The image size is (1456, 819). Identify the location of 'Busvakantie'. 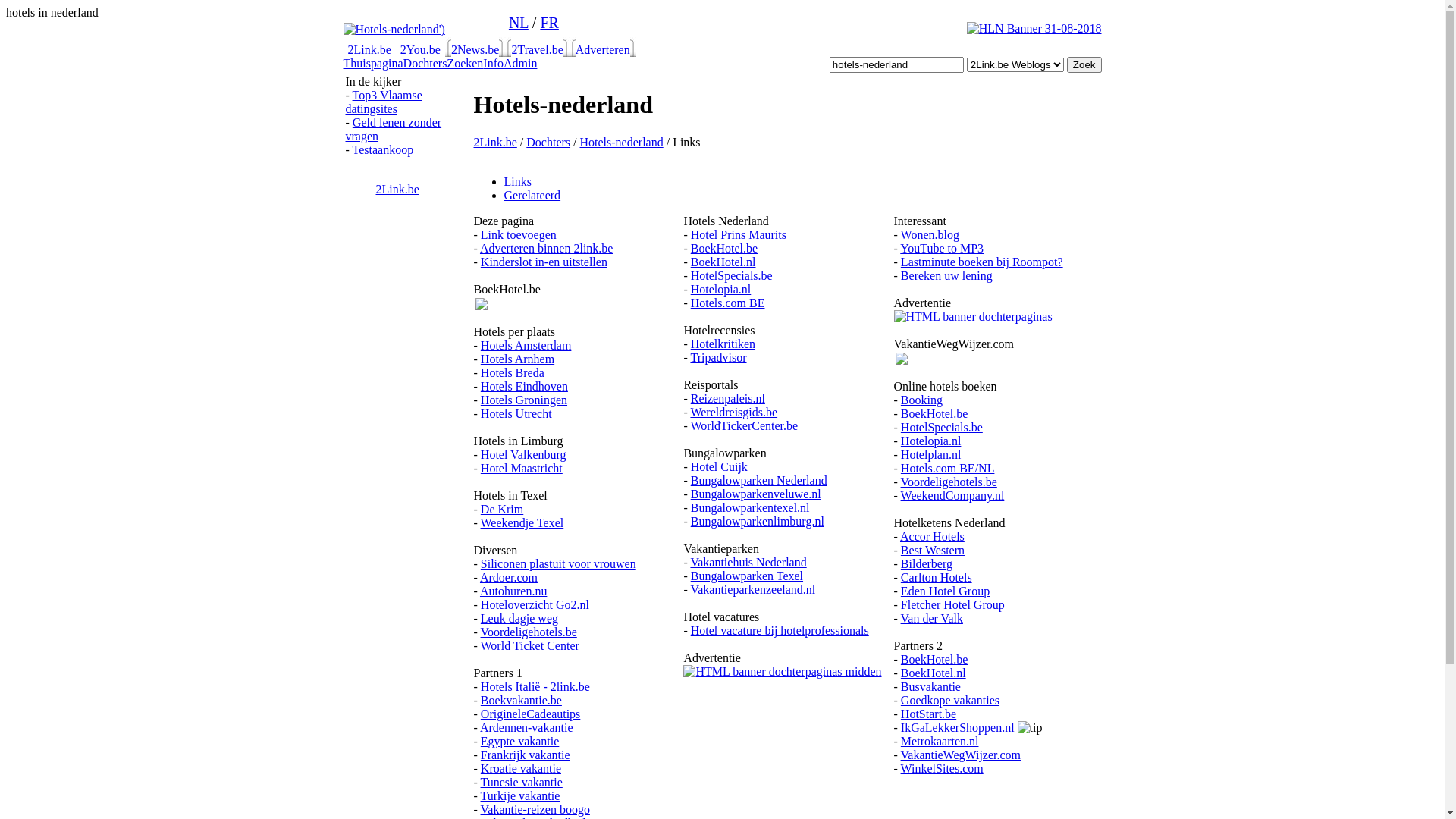
(930, 686).